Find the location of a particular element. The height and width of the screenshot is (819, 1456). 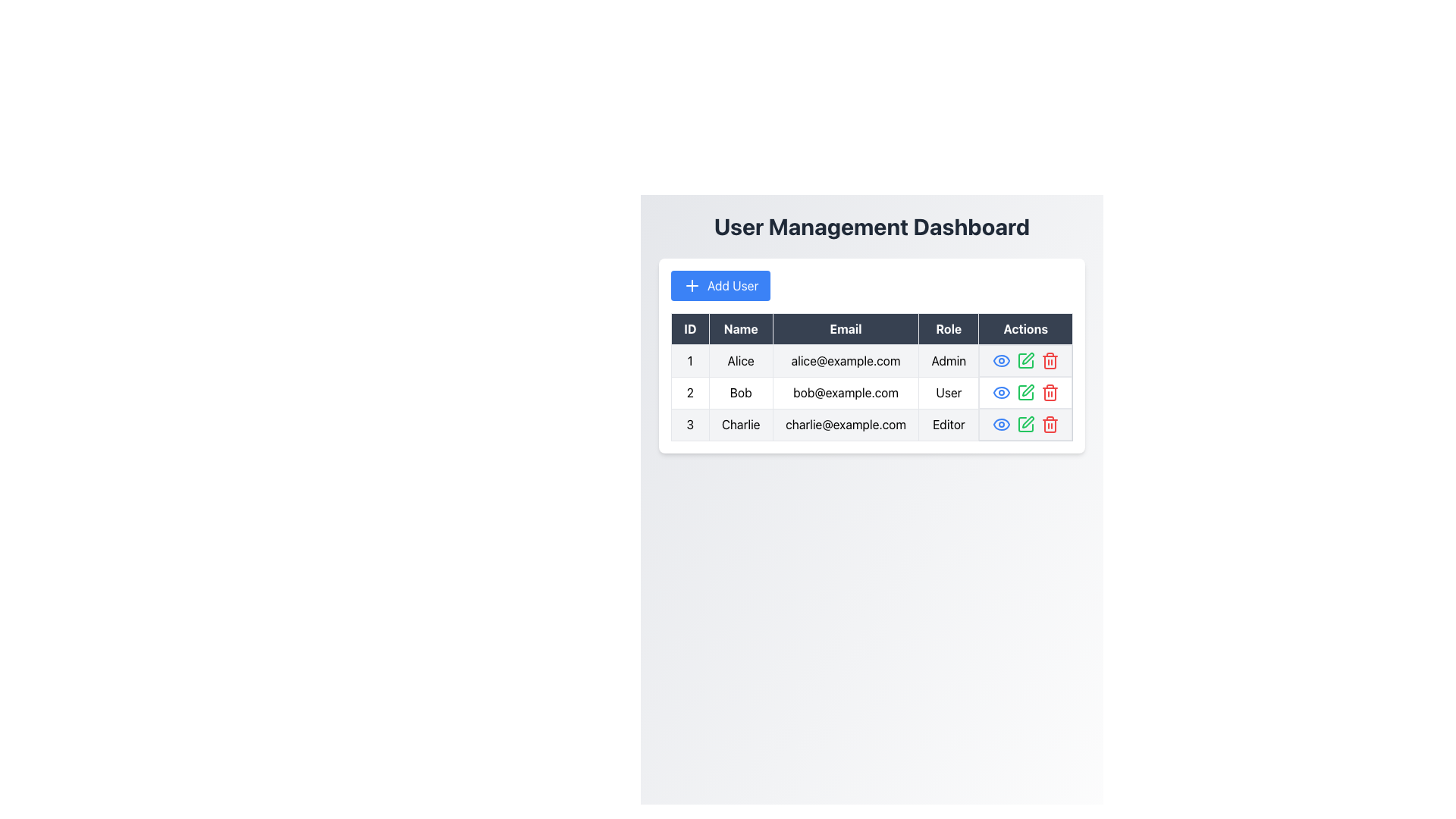

the Table Header Cell labeled 'ID', which is styled with a dark background and is the leftmost element in the header row of a table structure is located at coordinates (689, 328).